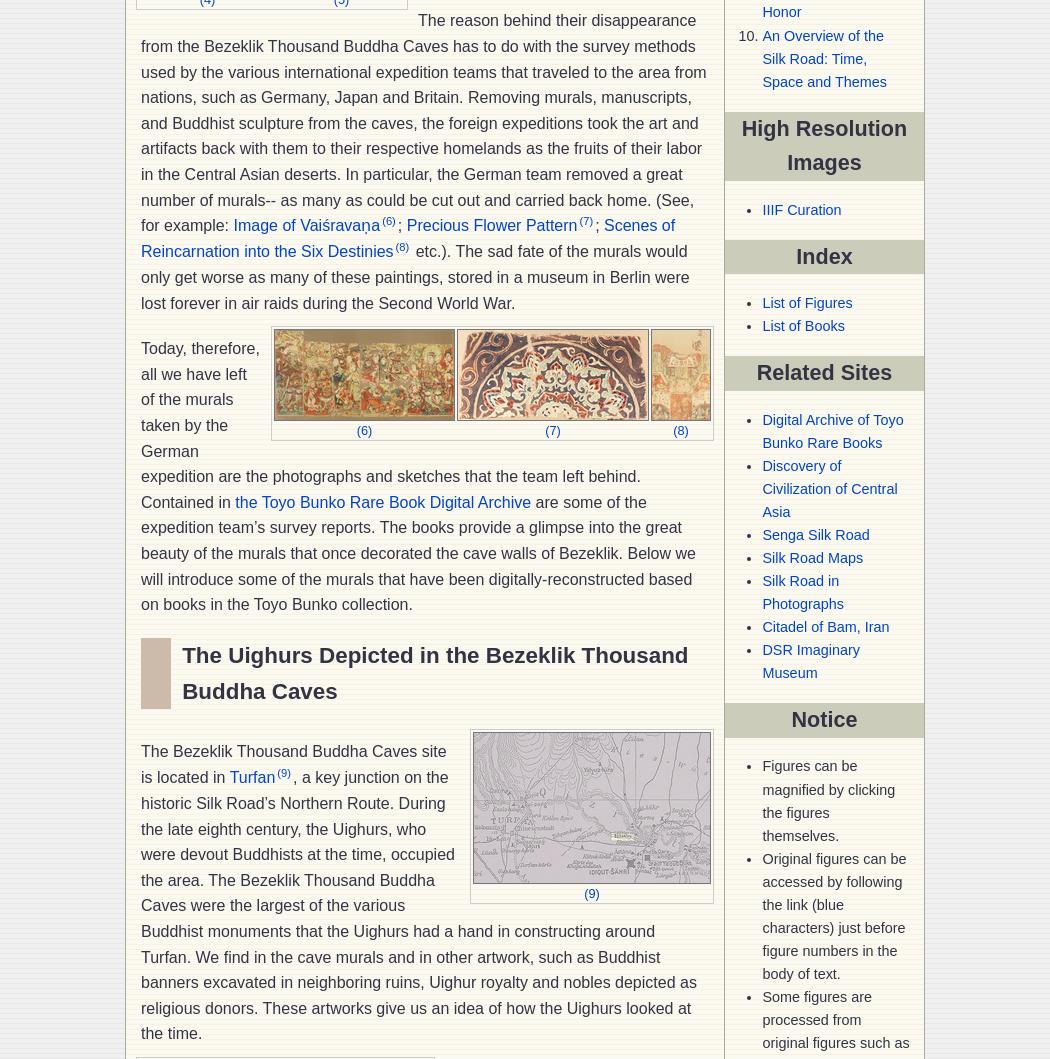 The image size is (1050, 1059). What do you see at coordinates (390, 424) in the screenshot?
I see `'Today, therefore, all we have left of the murals taken by the German expedition are the photographs and sketches that the team left behind. Contained in'` at bounding box center [390, 424].